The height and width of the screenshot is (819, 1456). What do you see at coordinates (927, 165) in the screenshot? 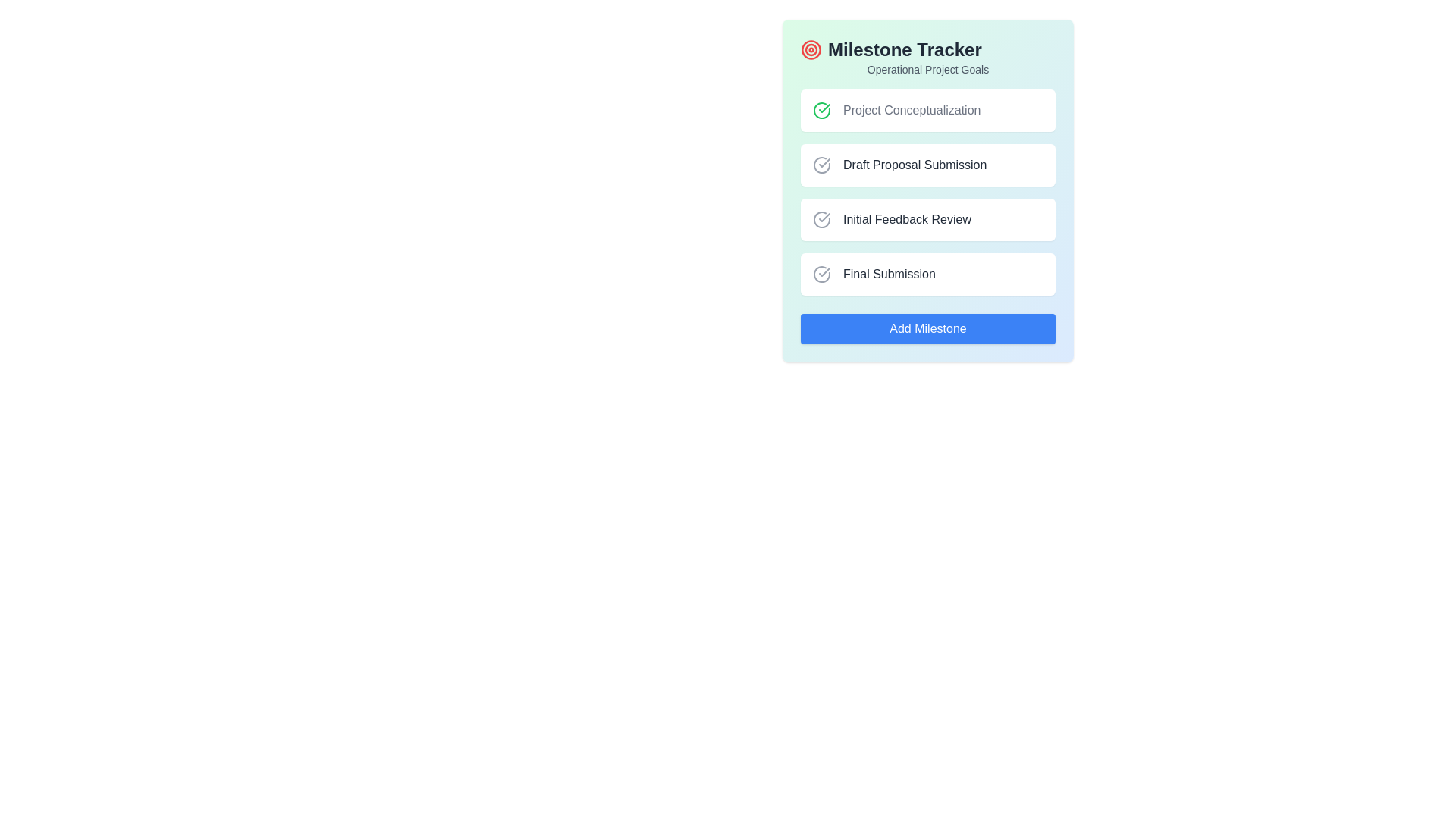
I see `text of the milestone step element containing 'Draft Proposal Submission', which is the second item in the milestone tracker list` at bounding box center [927, 165].